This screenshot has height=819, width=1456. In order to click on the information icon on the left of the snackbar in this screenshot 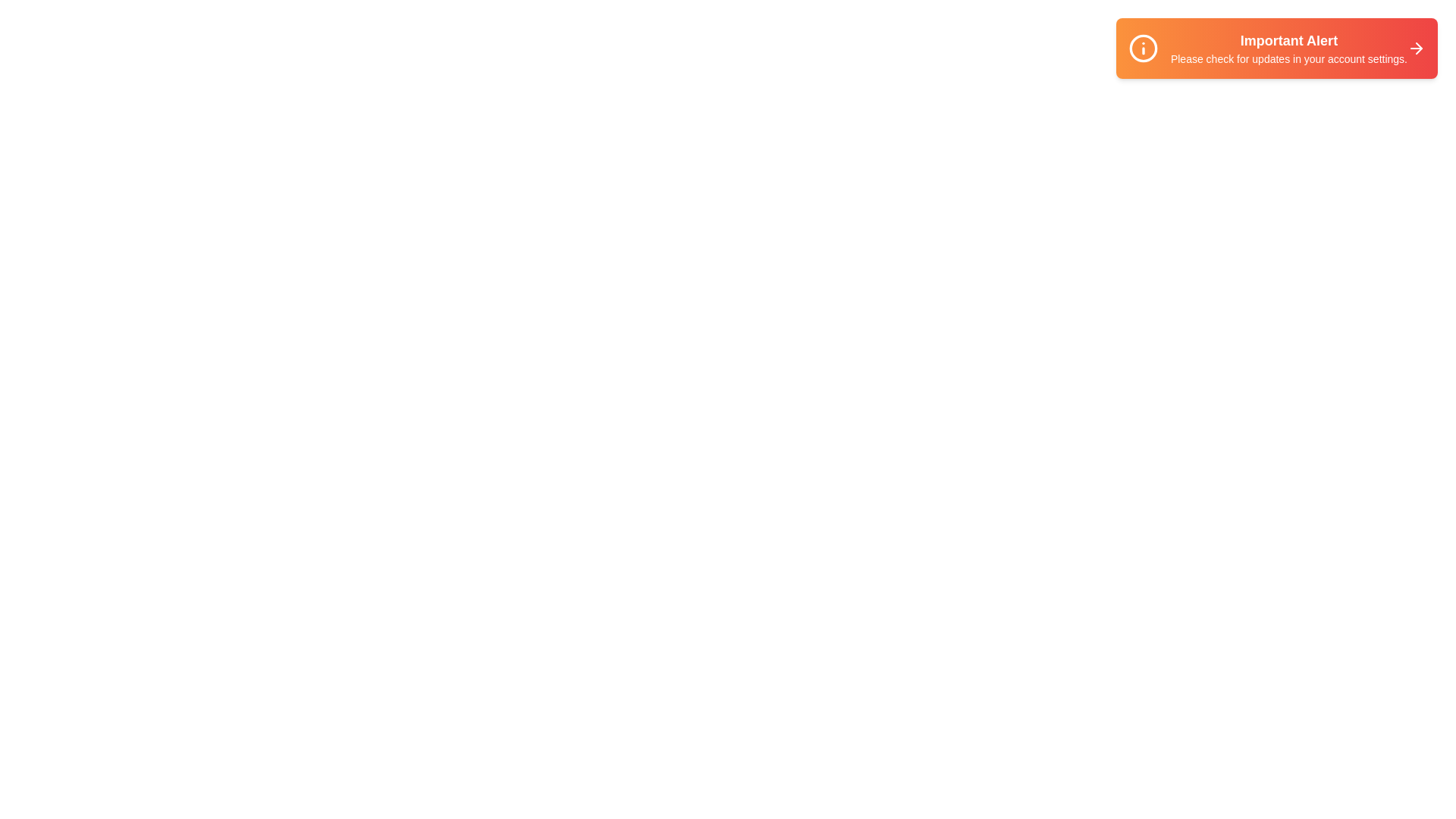, I will do `click(1143, 48)`.